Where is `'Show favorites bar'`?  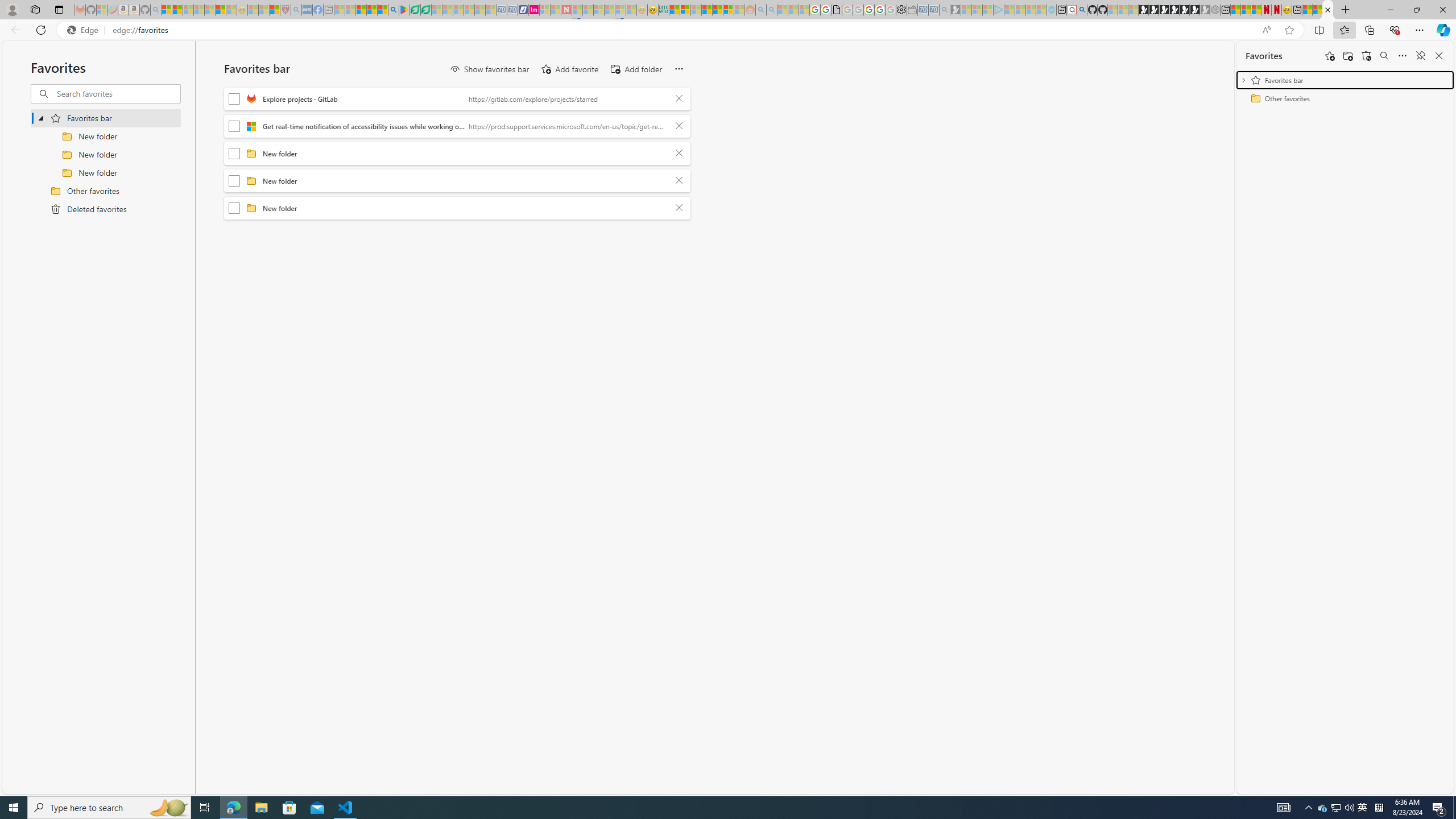
'Show favorites bar' is located at coordinates (489, 69).